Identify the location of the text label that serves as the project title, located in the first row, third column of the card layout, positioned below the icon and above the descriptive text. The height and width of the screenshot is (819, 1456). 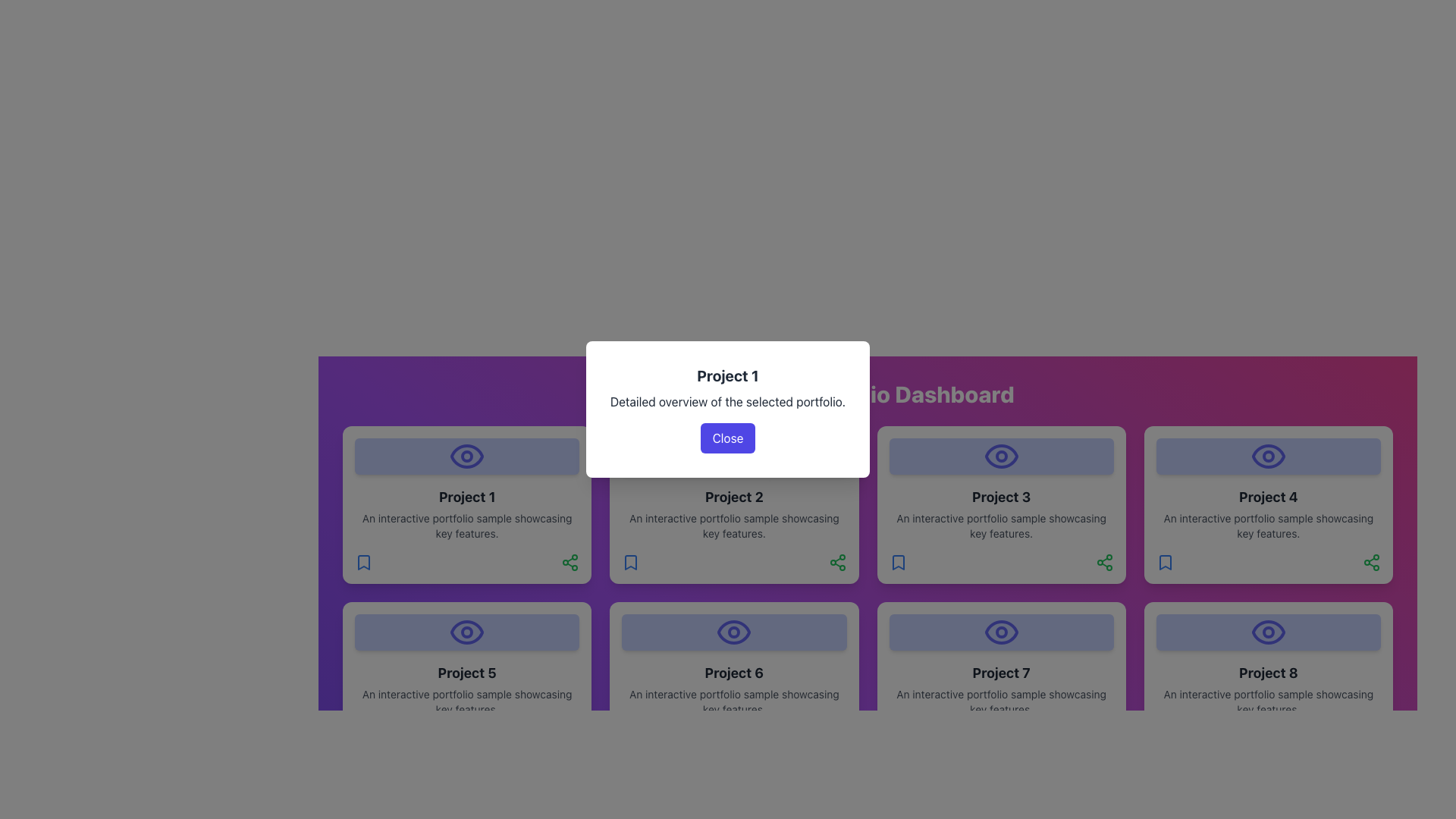
(1001, 497).